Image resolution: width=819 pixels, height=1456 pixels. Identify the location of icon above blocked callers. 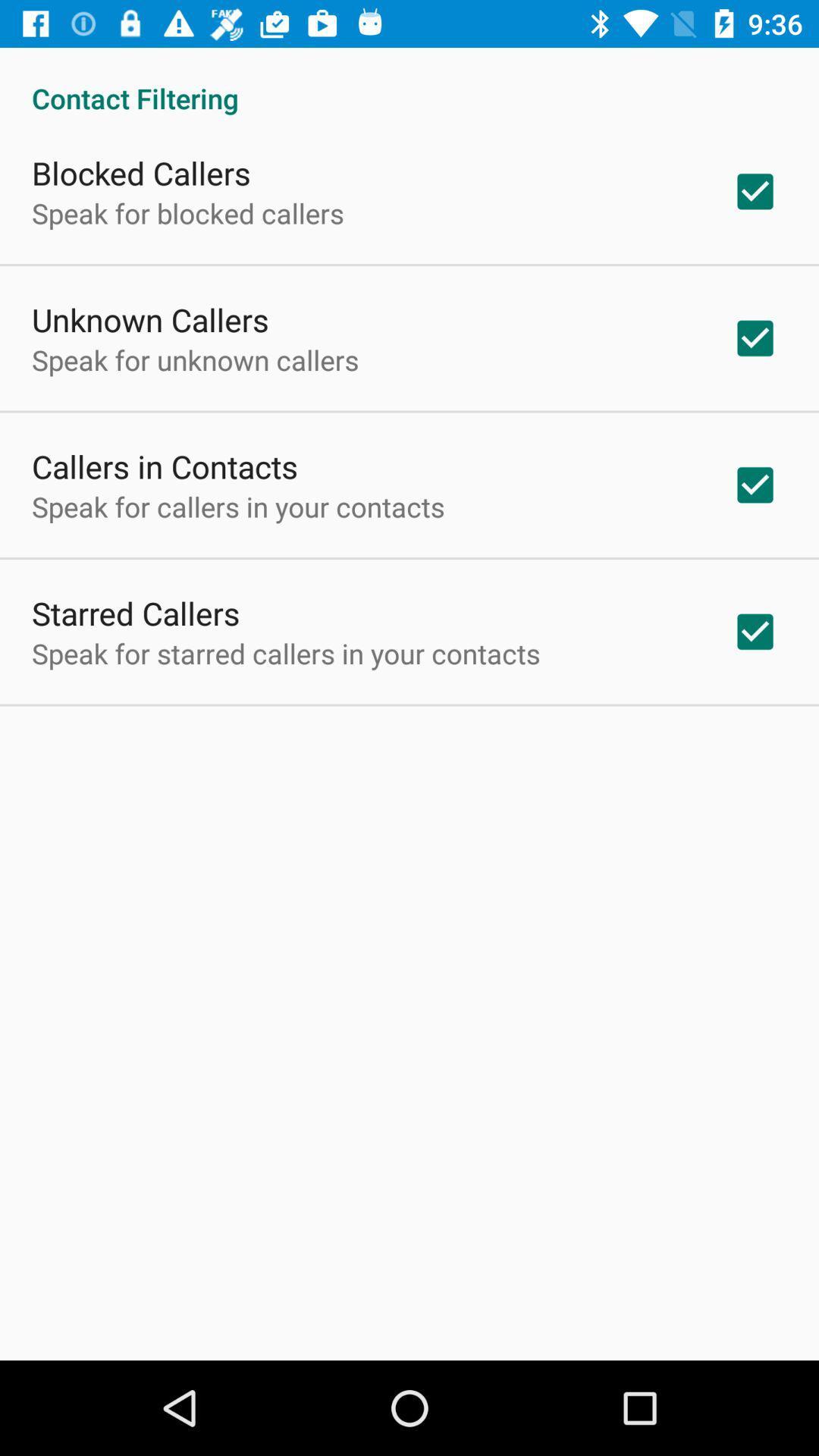
(409, 81).